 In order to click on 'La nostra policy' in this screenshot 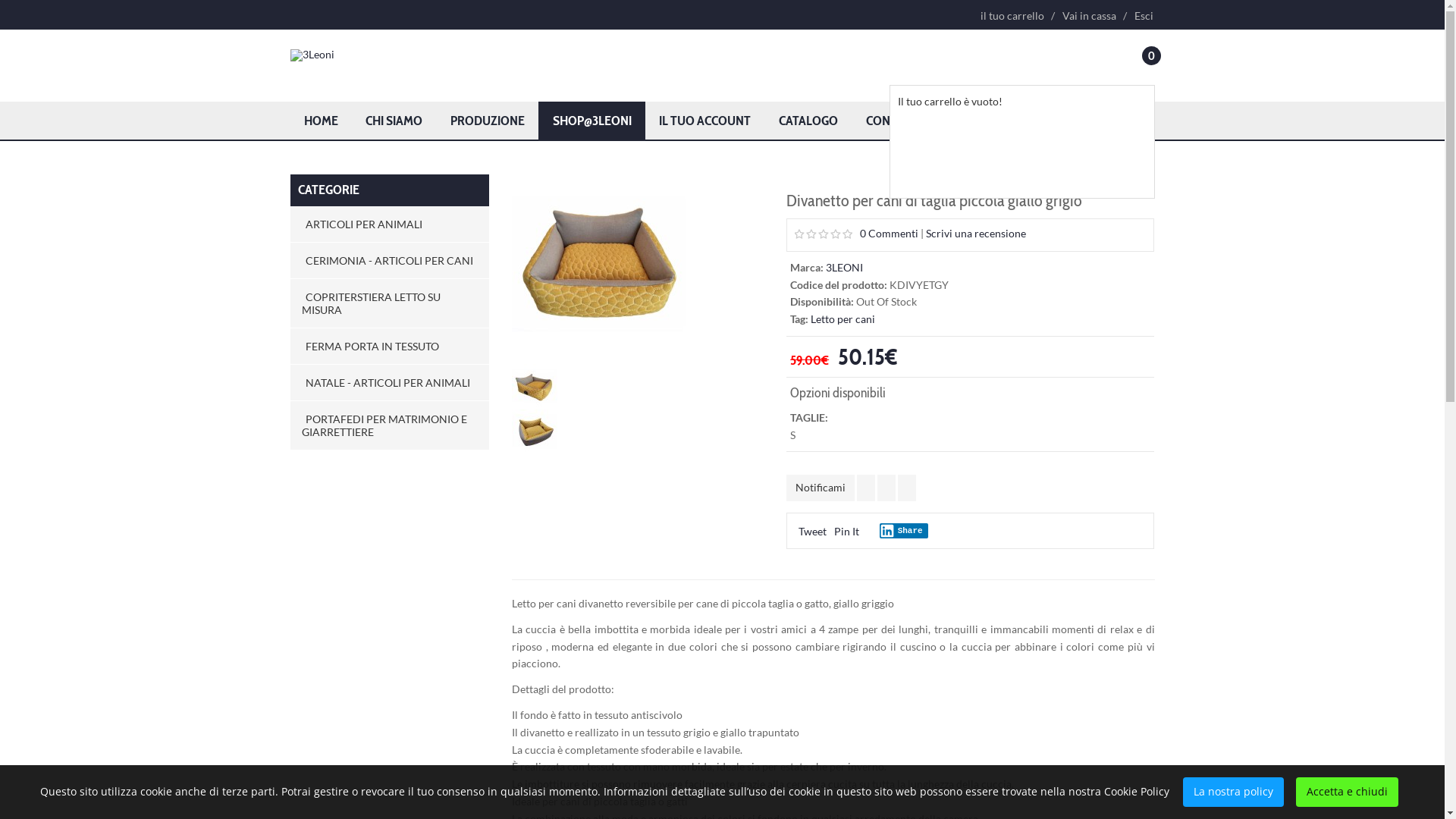, I will do `click(1233, 791)`.